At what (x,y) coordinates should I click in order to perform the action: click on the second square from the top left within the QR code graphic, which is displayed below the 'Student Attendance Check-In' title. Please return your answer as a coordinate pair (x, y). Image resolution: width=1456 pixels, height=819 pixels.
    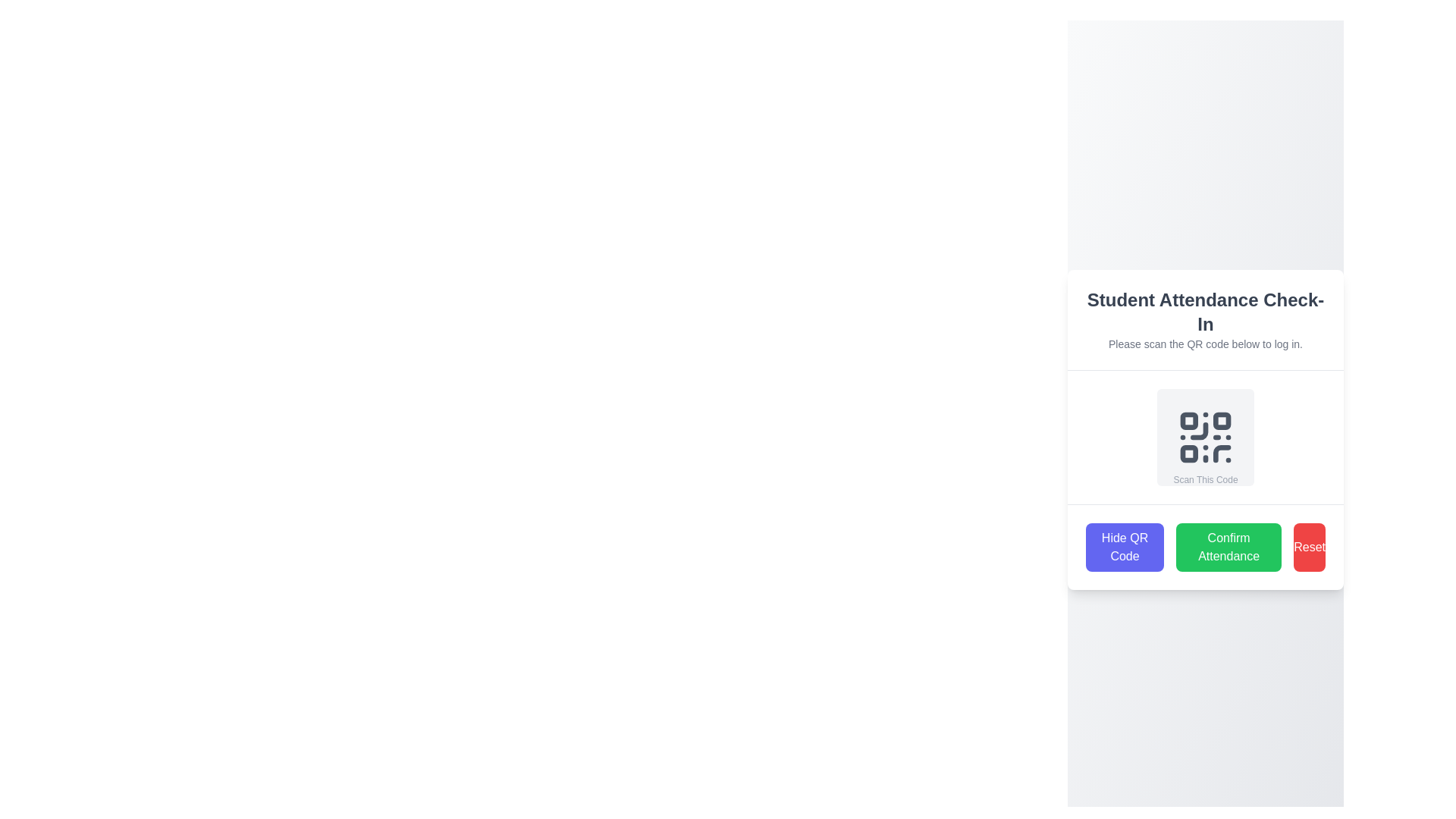
    Looking at the image, I should click on (1222, 421).